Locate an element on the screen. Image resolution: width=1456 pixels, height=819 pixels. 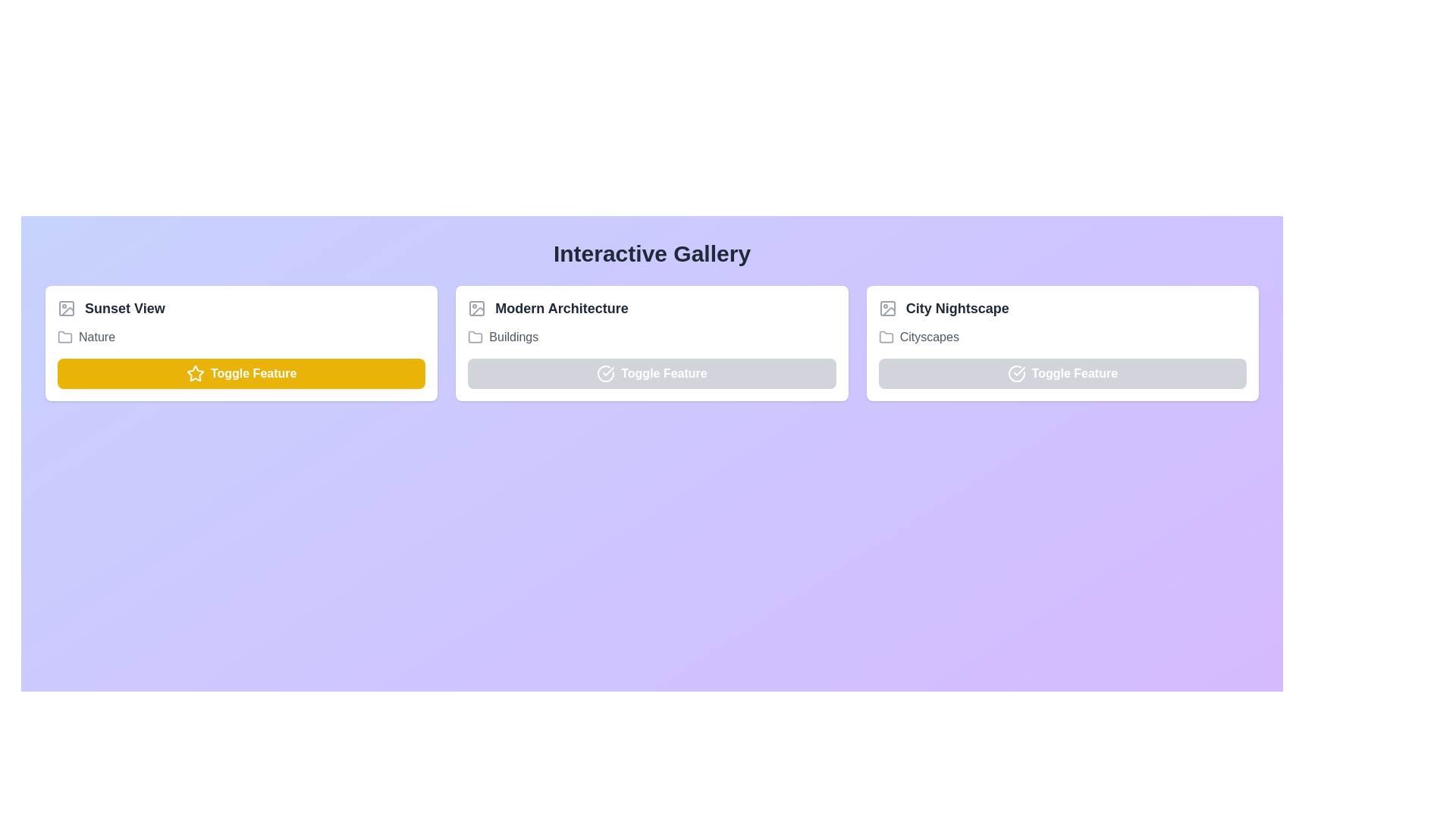
the folder icon located at the top left corner of the 'Modern Architecture' card is located at coordinates (475, 336).